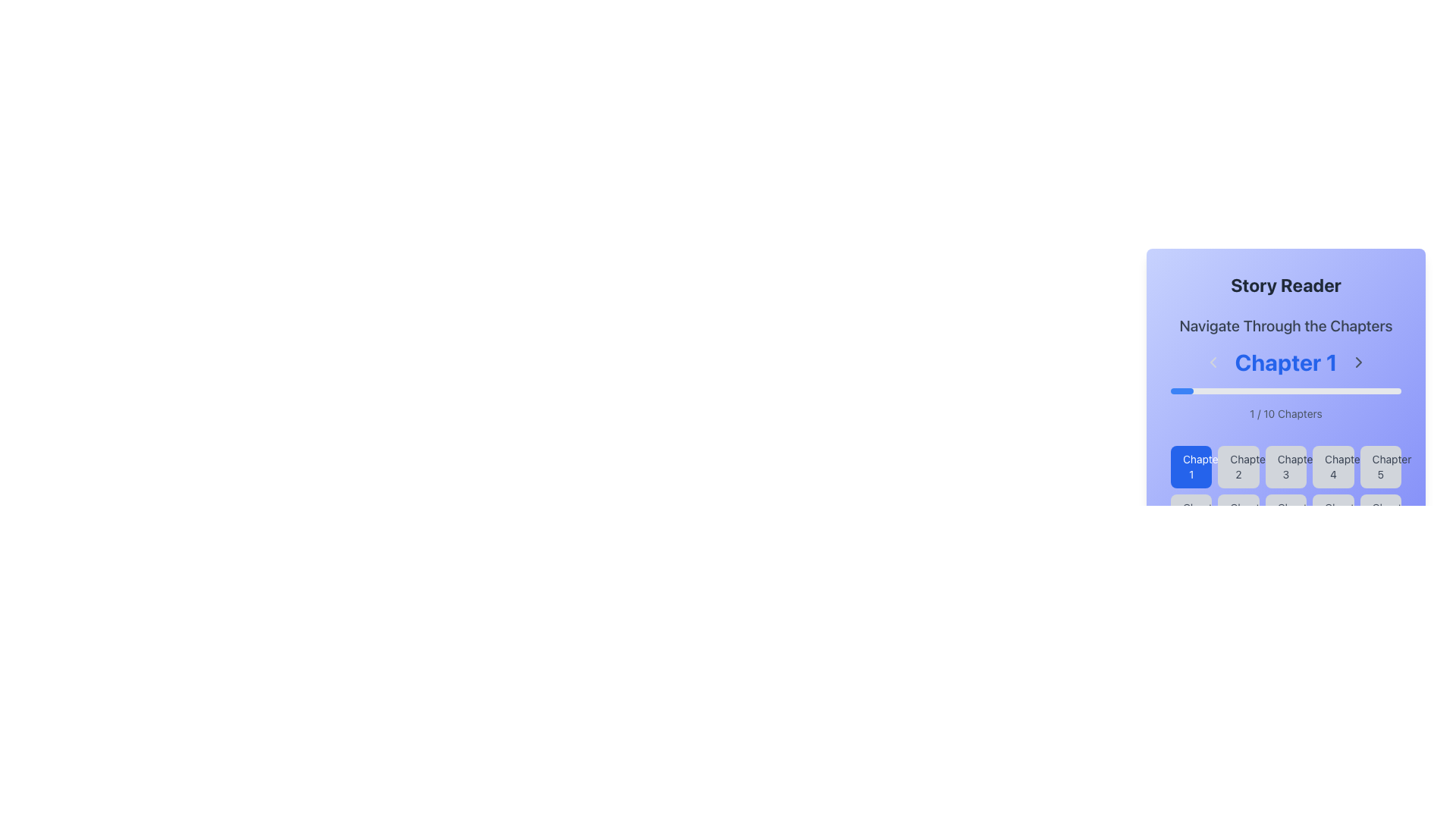 The width and height of the screenshot is (1456, 819). What do you see at coordinates (1285, 368) in the screenshot?
I see `the Text Label that indicates the currently selected chapter, which is centrally located below the subtitle 'Navigate Through the Chapters' and between the left and right chevrons` at bounding box center [1285, 368].